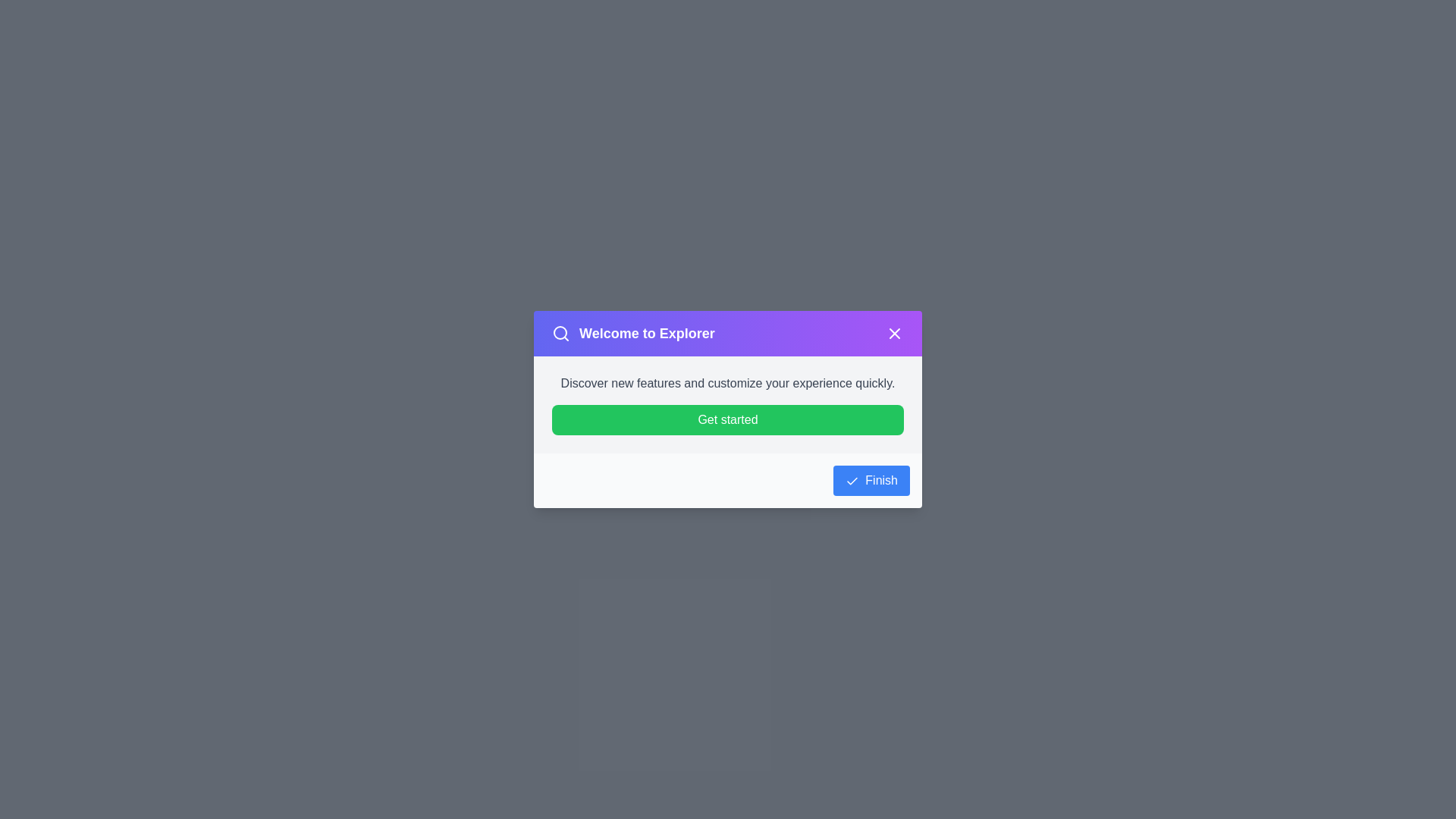  What do you see at coordinates (895, 332) in the screenshot?
I see `the close button in the top-right corner of the WelcomeDialog` at bounding box center [895, 332].